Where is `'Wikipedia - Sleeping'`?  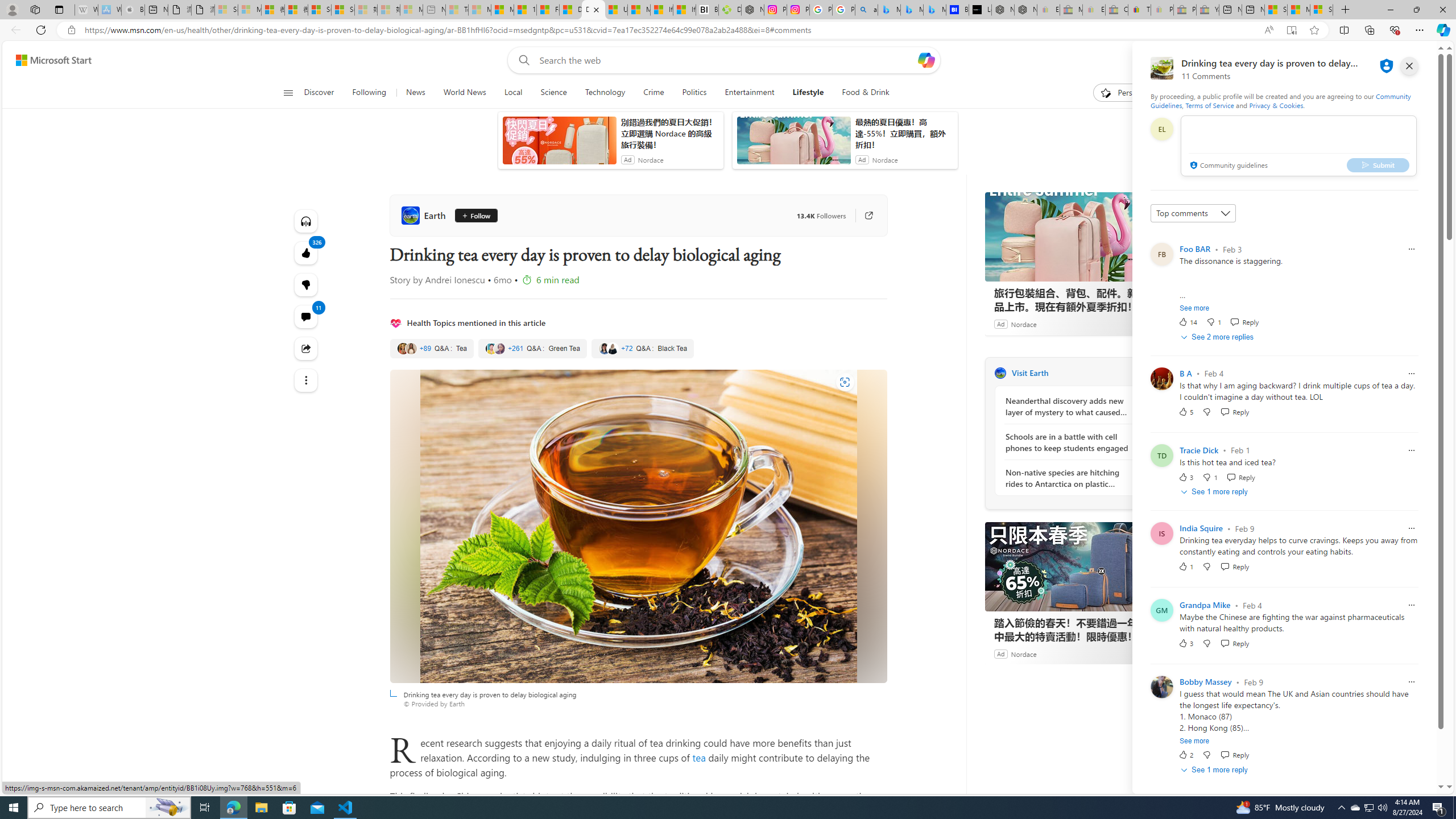 'Wikipedia - Sleeping' is located at coordinates (86, 9).